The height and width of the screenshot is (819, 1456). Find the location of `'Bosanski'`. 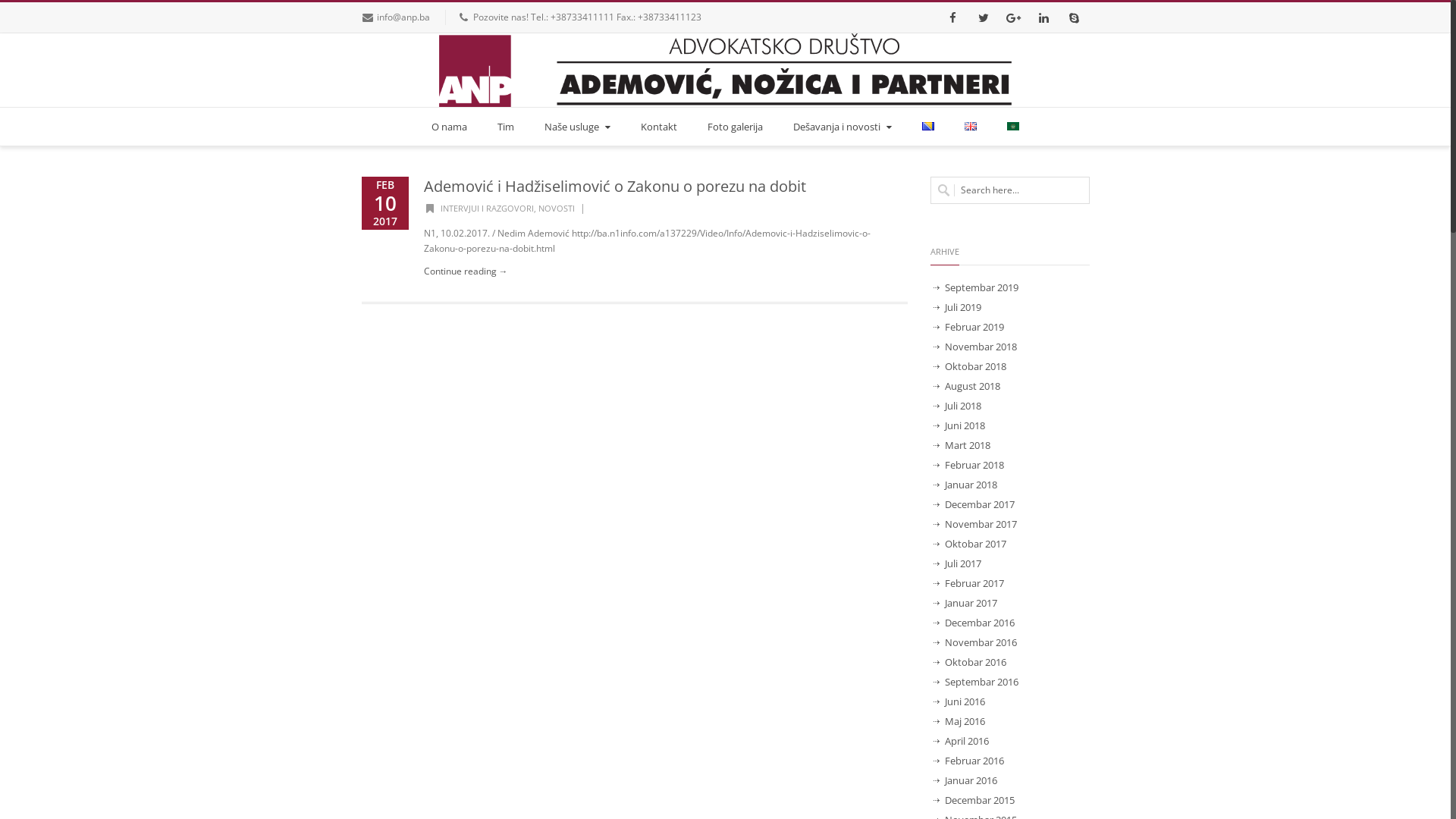

'Bosanski' is located at coordinates (927, 125).